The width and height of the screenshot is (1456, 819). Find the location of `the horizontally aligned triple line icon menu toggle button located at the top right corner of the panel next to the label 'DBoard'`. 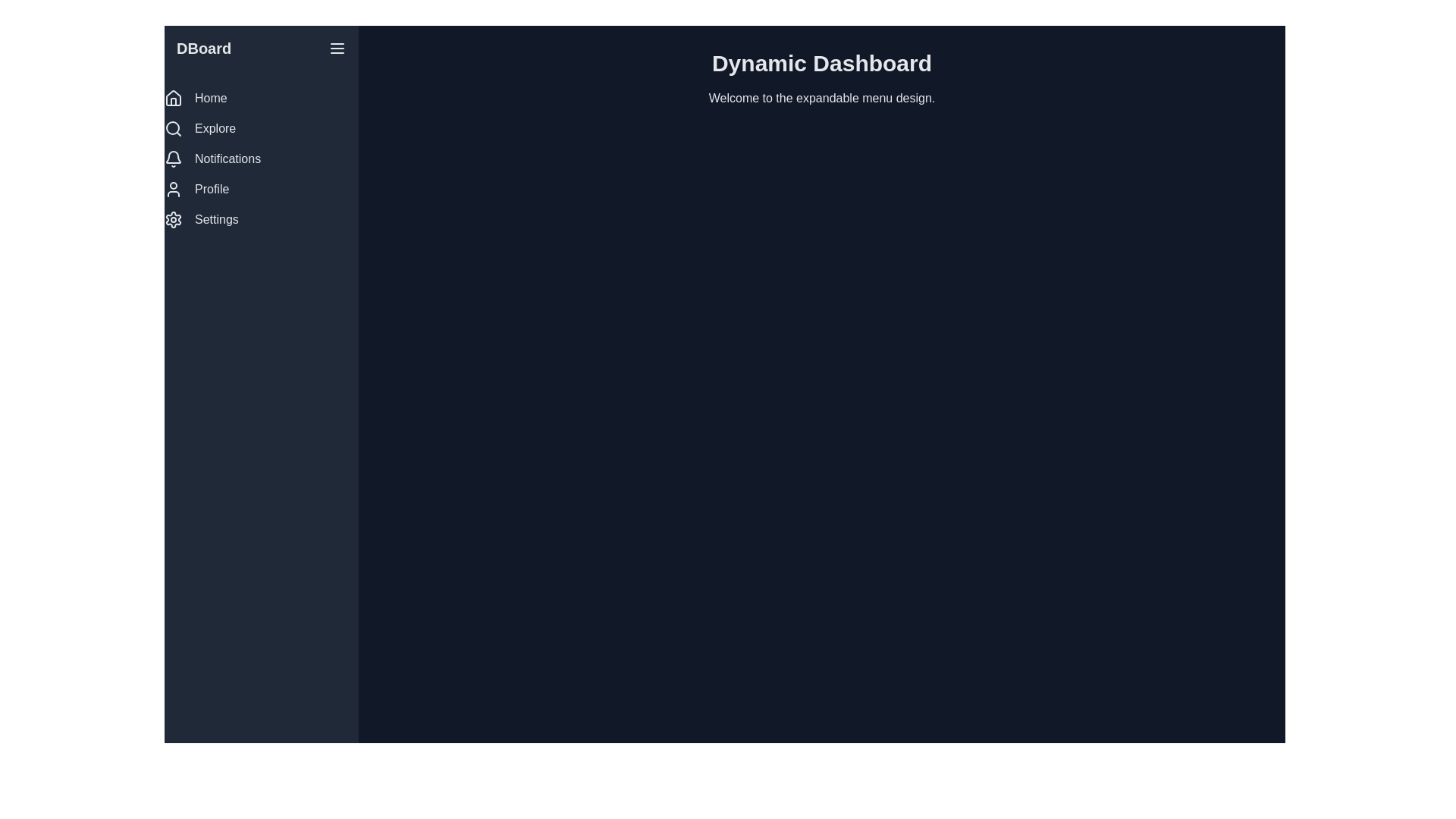

the horizontally aligned triple line icon menu toggle button located at the top right corner of the panel next to the label 'DBoard' is located at coordinates (337, 48).